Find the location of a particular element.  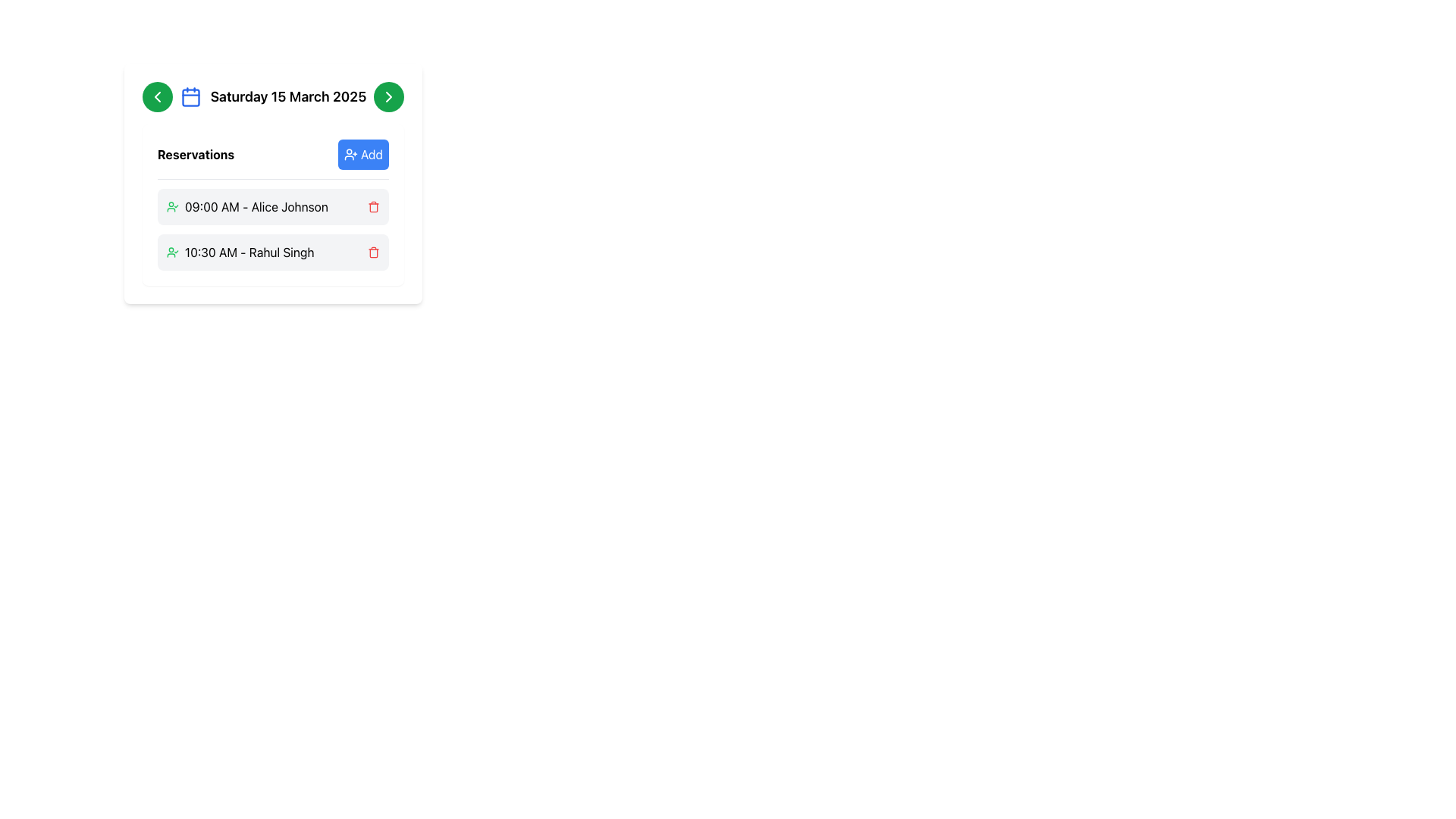

the navigation button located at the top-right corner of the header panel labeled 'Saturday 15 March 2025' is located at coordinates (389, 96).